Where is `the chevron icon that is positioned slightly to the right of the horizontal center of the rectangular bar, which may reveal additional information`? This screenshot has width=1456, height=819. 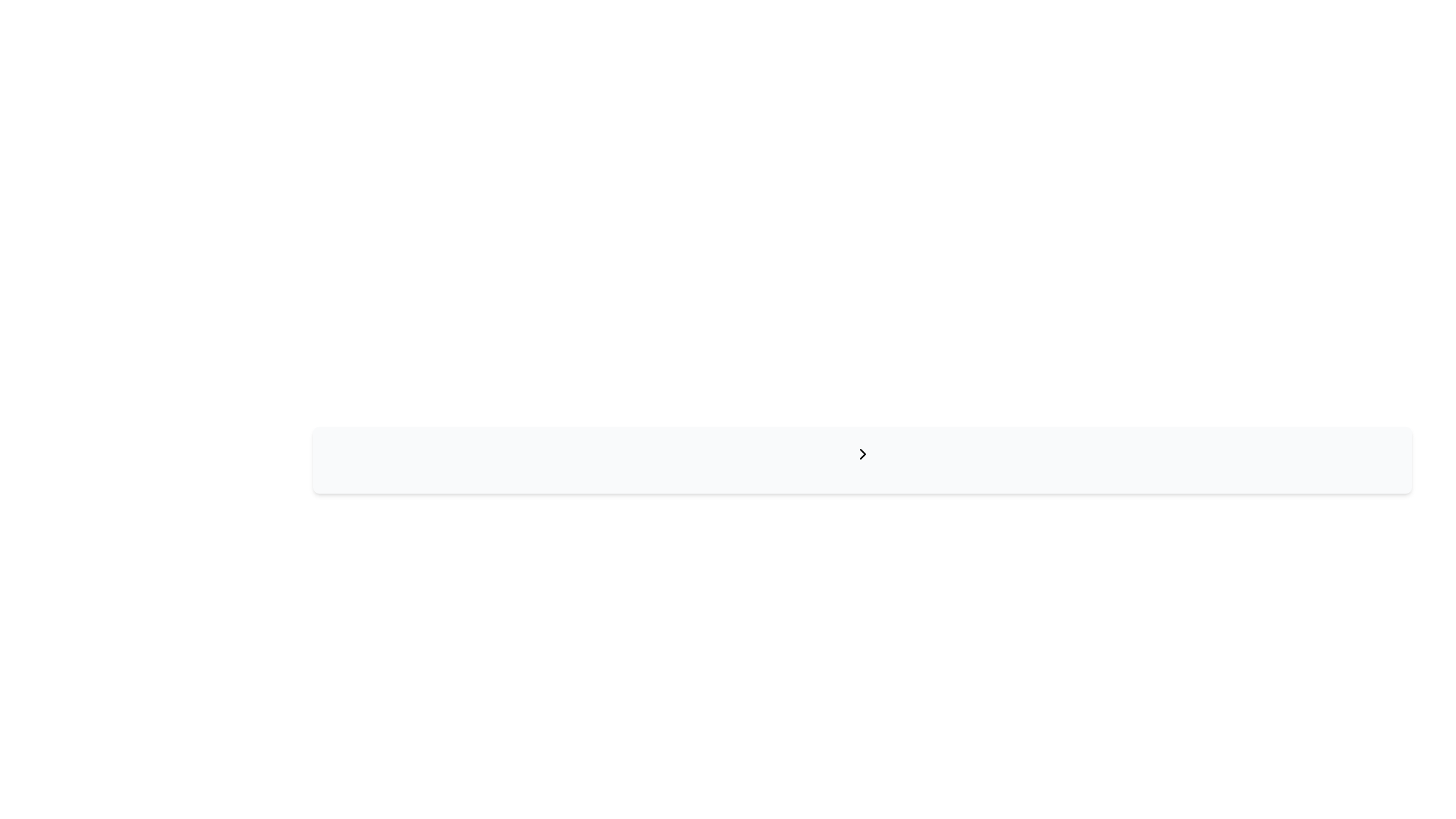 the chevron icon that is positioned slightly to the right of the horizontal center of the rectangular bar, which may reveal additional information is located at coordinates (862, 453).